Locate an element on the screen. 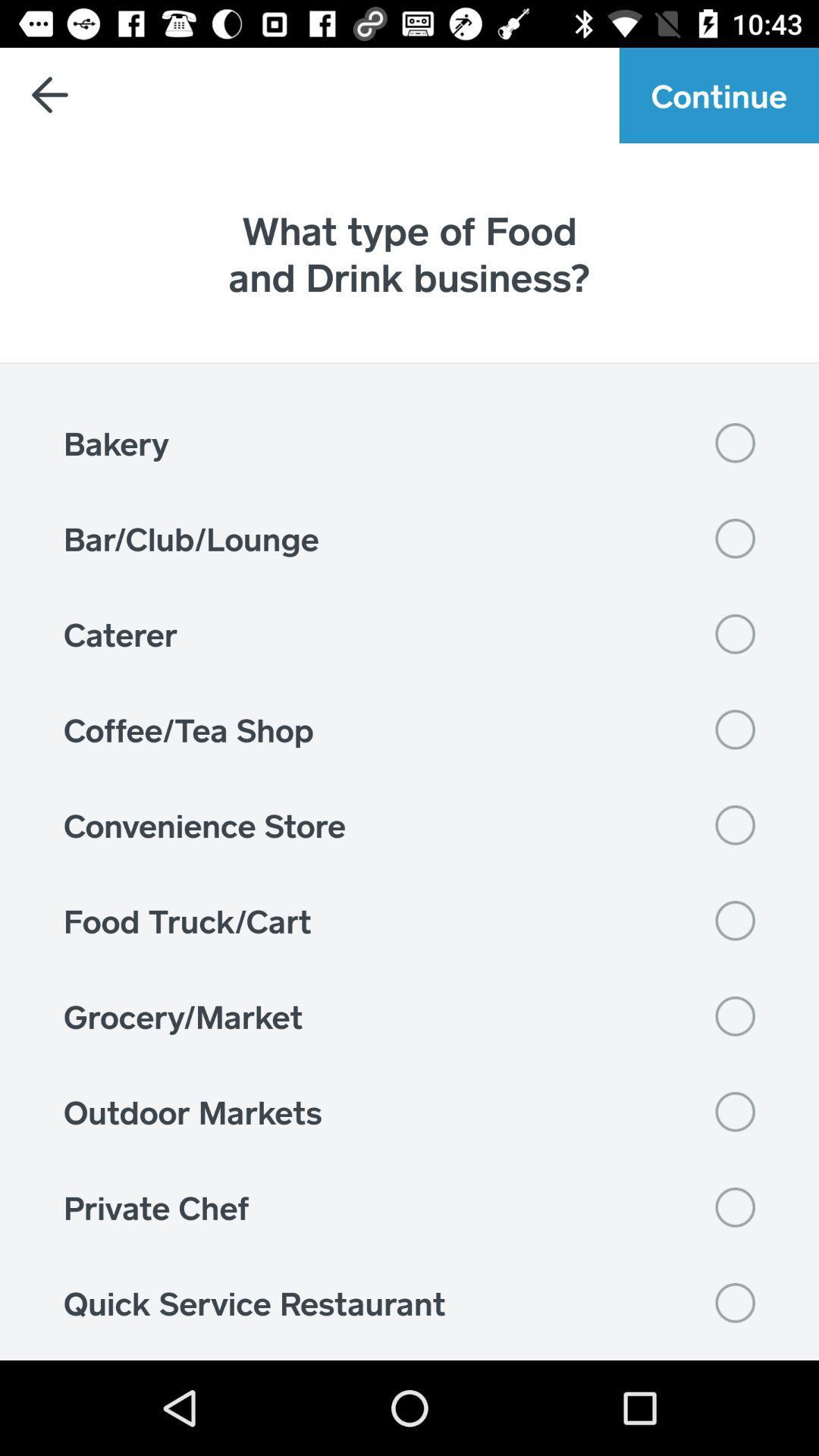  item below the food truck/cart is located at coordinates (409, 1016).